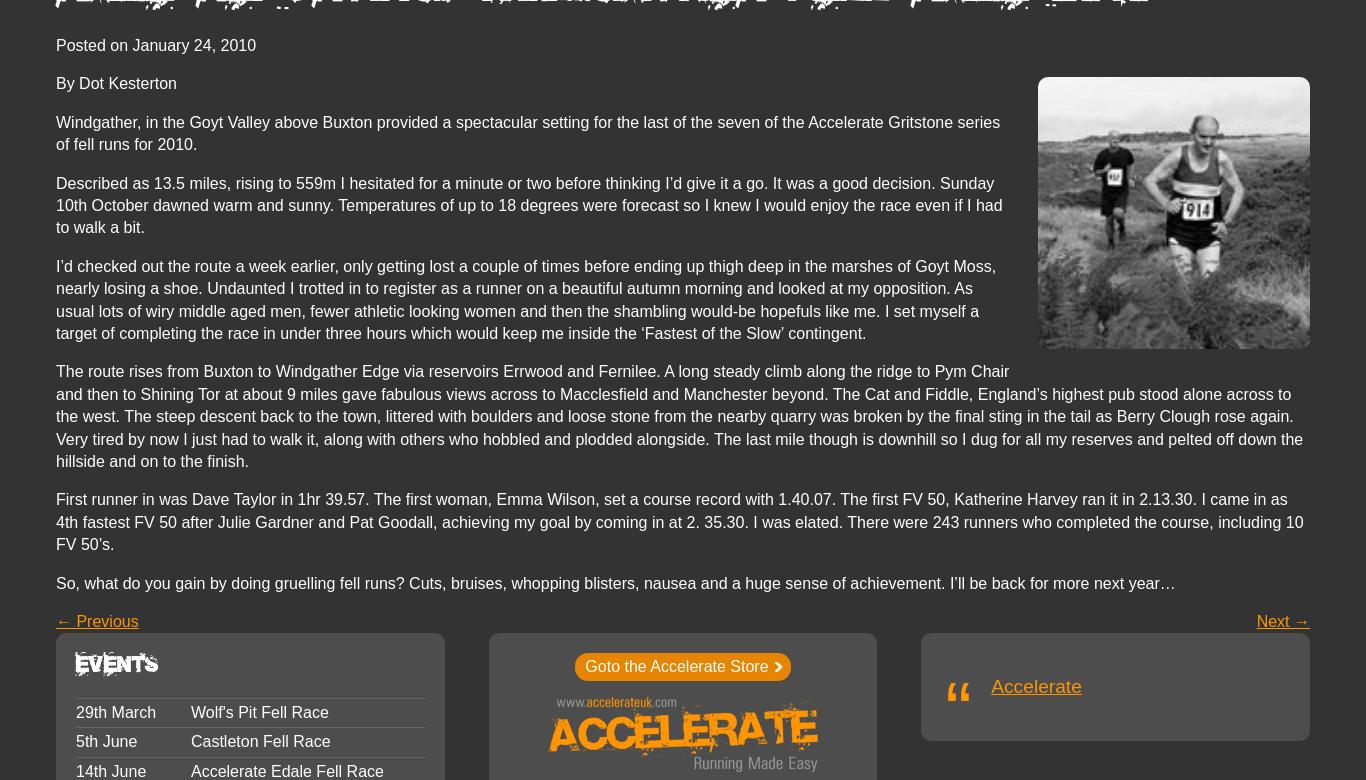 Image resolution: width=1366 pixels, height=780 pixels. Describe the element at coordinates (259, 740) in the screenshot. I see `'Castleton Fell Race'` at that location.